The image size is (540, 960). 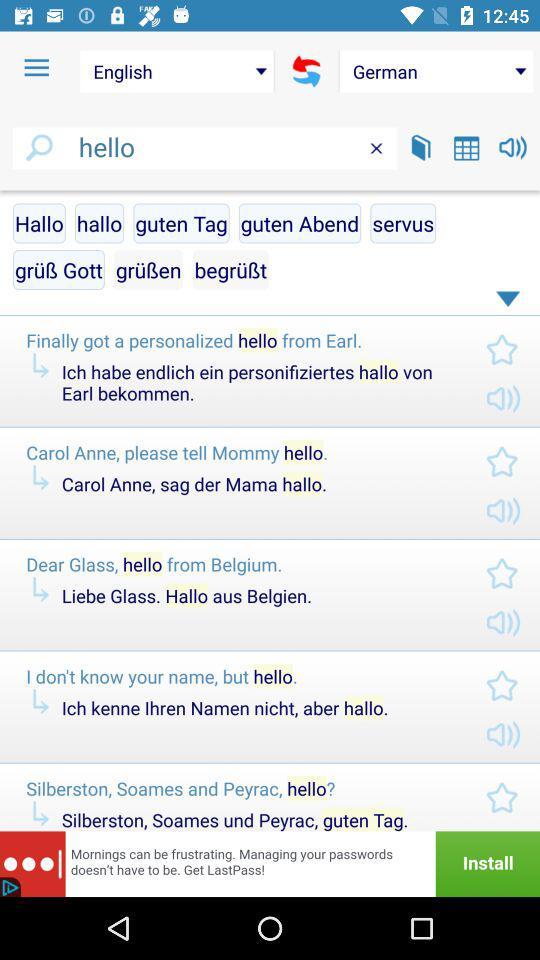 What do you see at coordinates (466, 147) in the screenshot?
I see `a calendar` at bounding box center [466, 147].